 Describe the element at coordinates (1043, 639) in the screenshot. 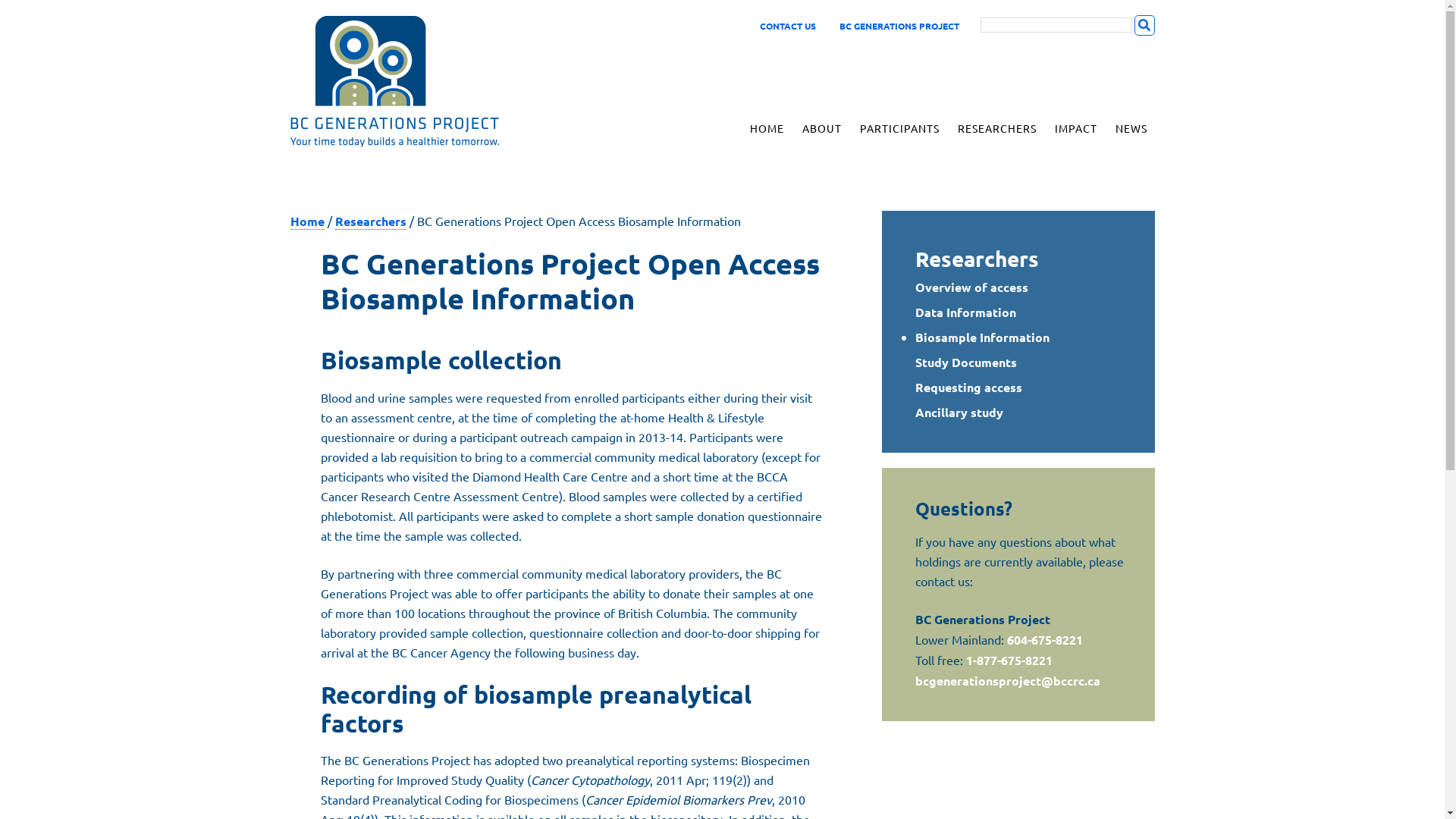

I see `'604-675-8221'` at that location.